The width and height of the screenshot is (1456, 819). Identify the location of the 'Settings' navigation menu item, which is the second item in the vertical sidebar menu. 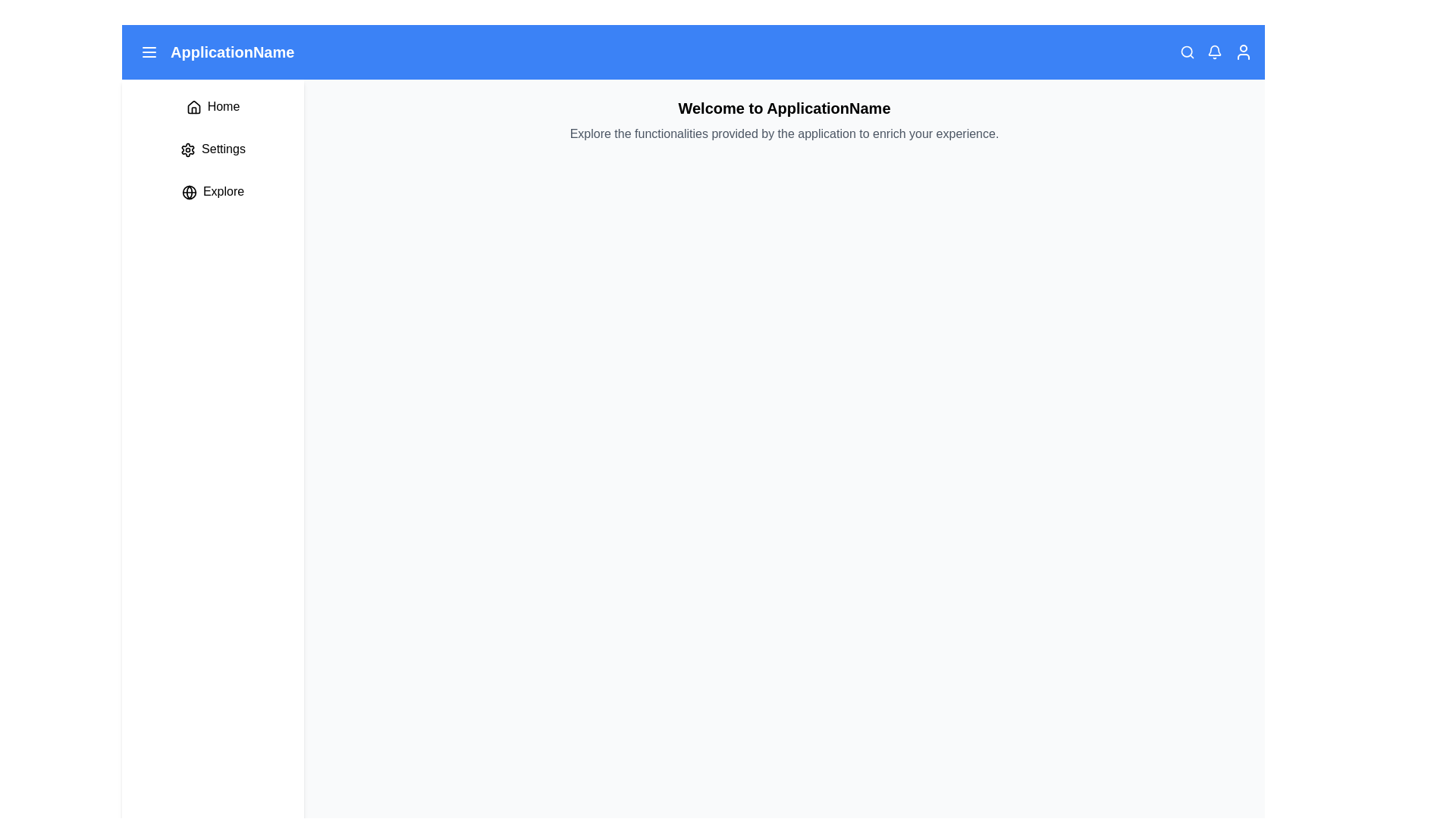
(212, 149).